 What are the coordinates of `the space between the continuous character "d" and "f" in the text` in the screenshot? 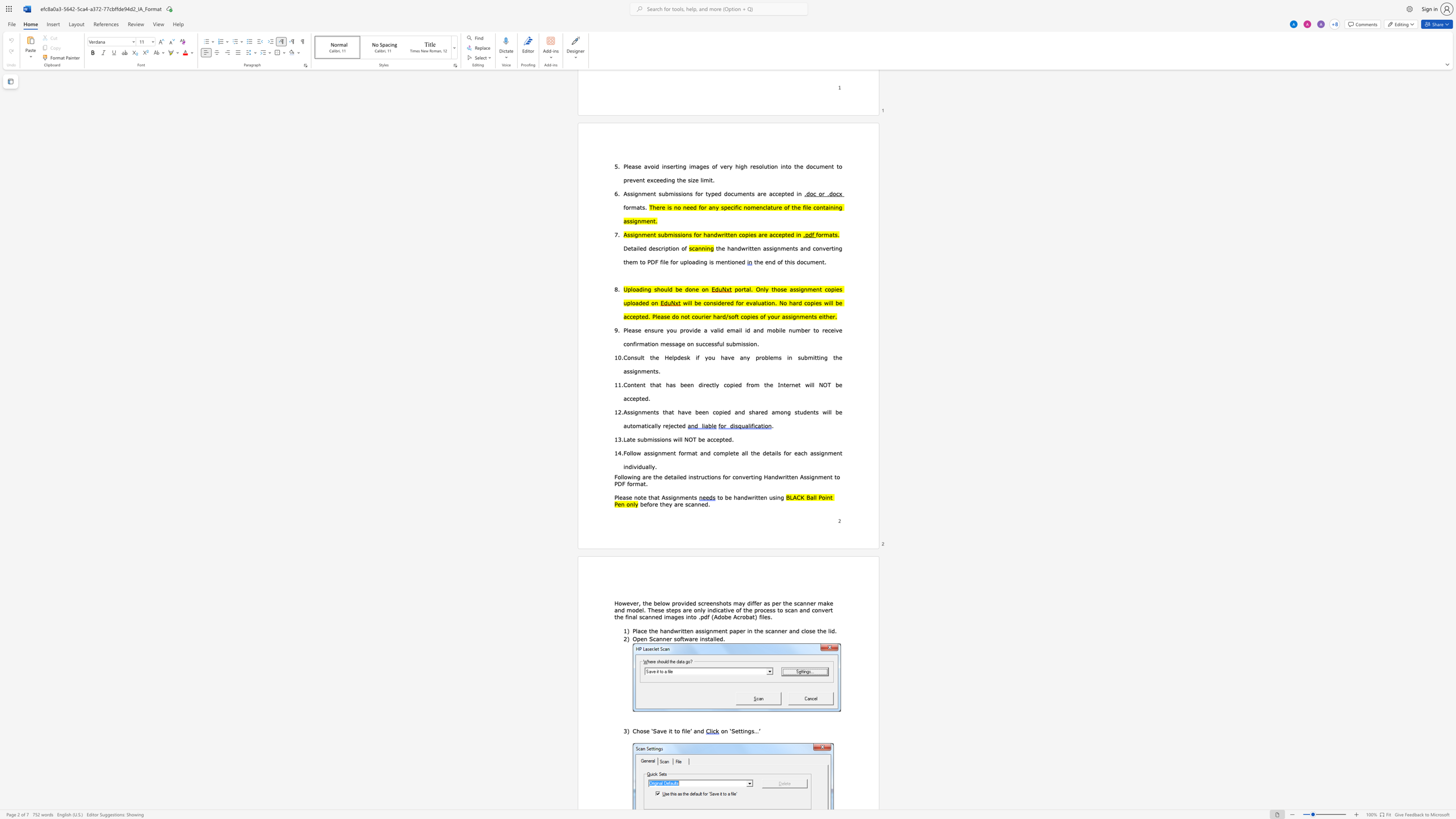 It's located at (707, 616).